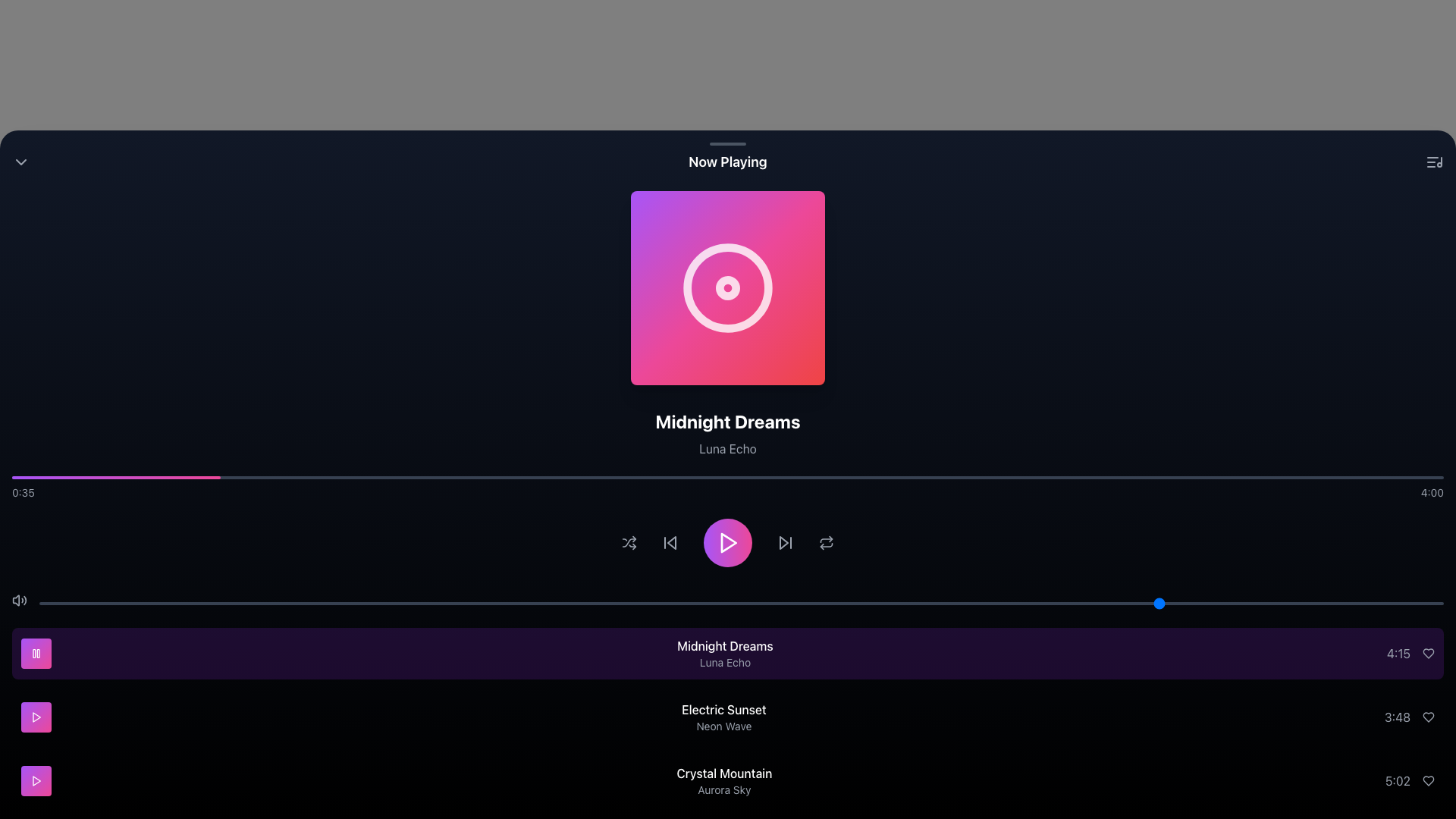  What do you see at coordinates (1427, 717) in the screenshot?
I see `the heart icon button located at the last position of the row for the song 'Electric Sunset' to change its color` at bounding box center [1427, 717].